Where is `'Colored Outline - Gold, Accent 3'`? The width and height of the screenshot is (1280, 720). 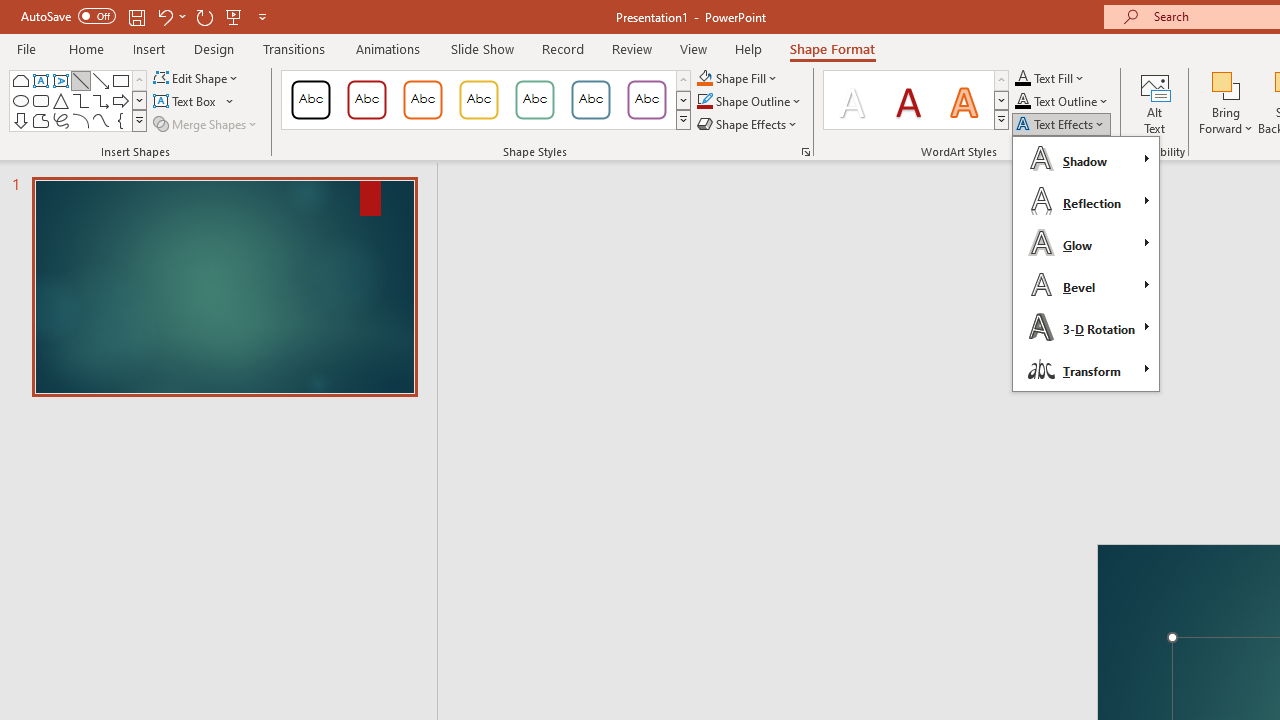
'Colored Outline - Gold, Accent 3' is located at coordinates (477, 100).